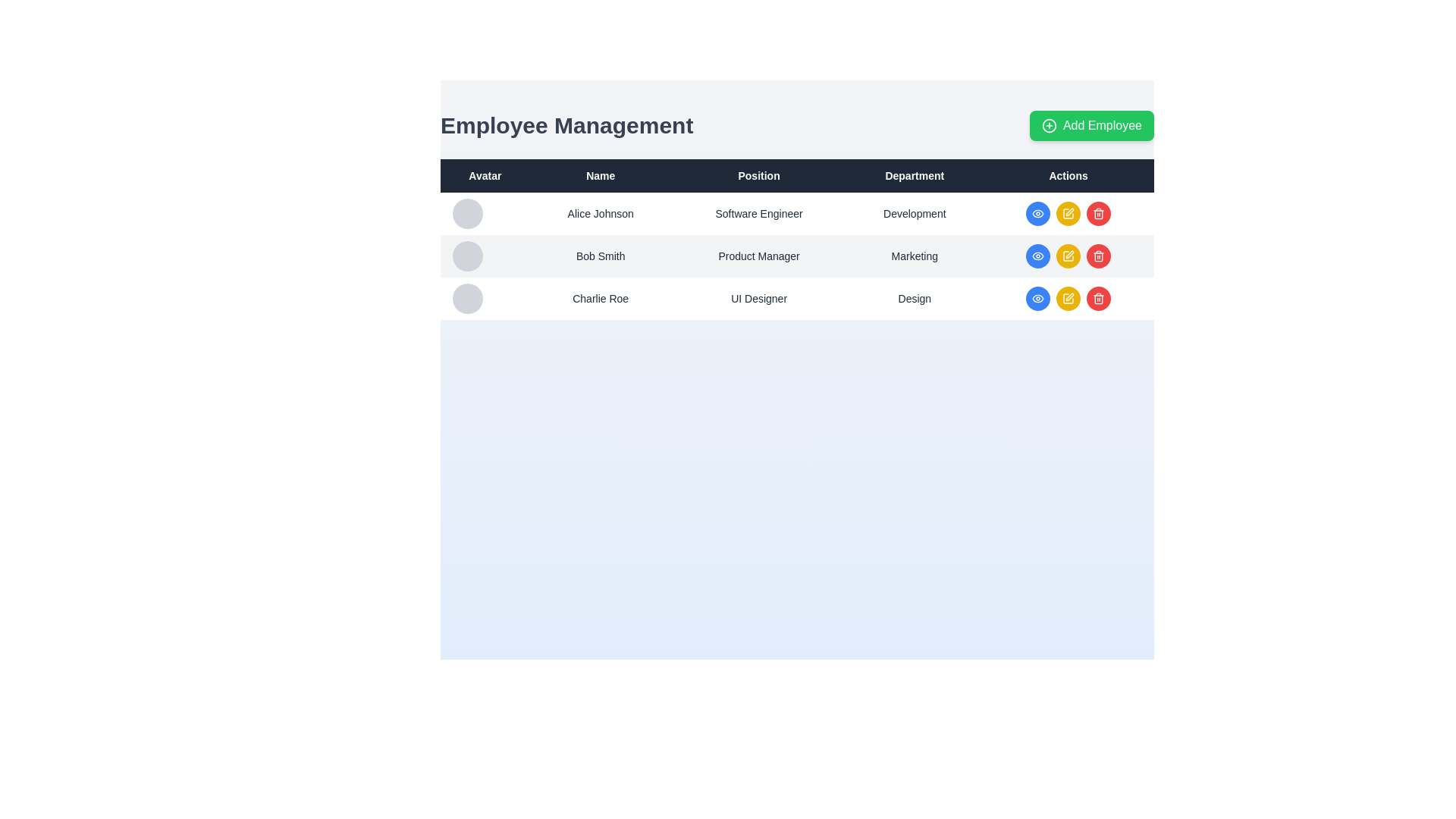 The height and width of the screenshot is (819, 1456). Describe the element at coordinates (914, 213) in the screenshot. I see `the 'Department' text element indicating the department for employee 'Alice Johnson' in the employee management interface` at that location.